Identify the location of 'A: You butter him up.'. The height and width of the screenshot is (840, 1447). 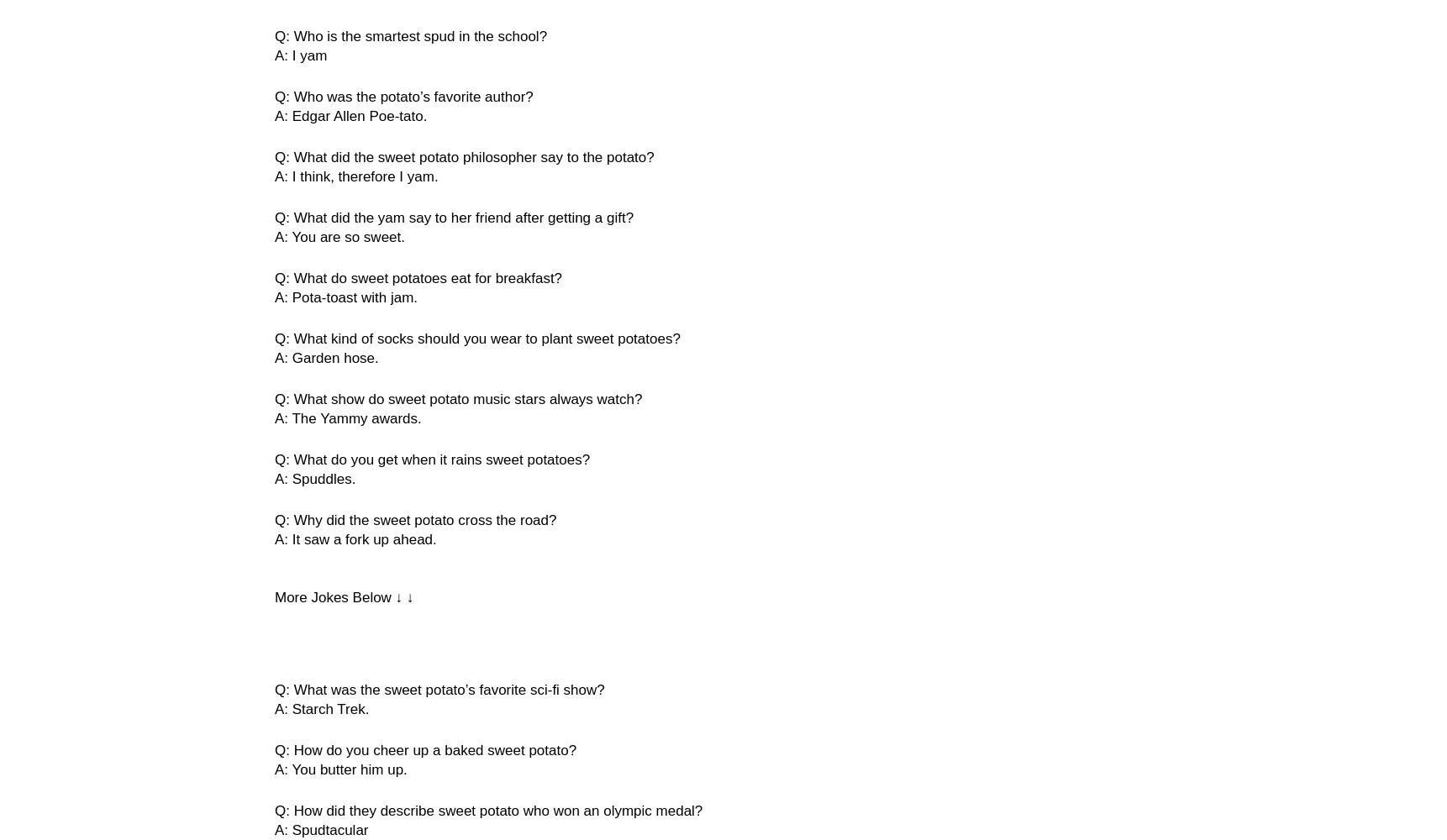
(340, 769).